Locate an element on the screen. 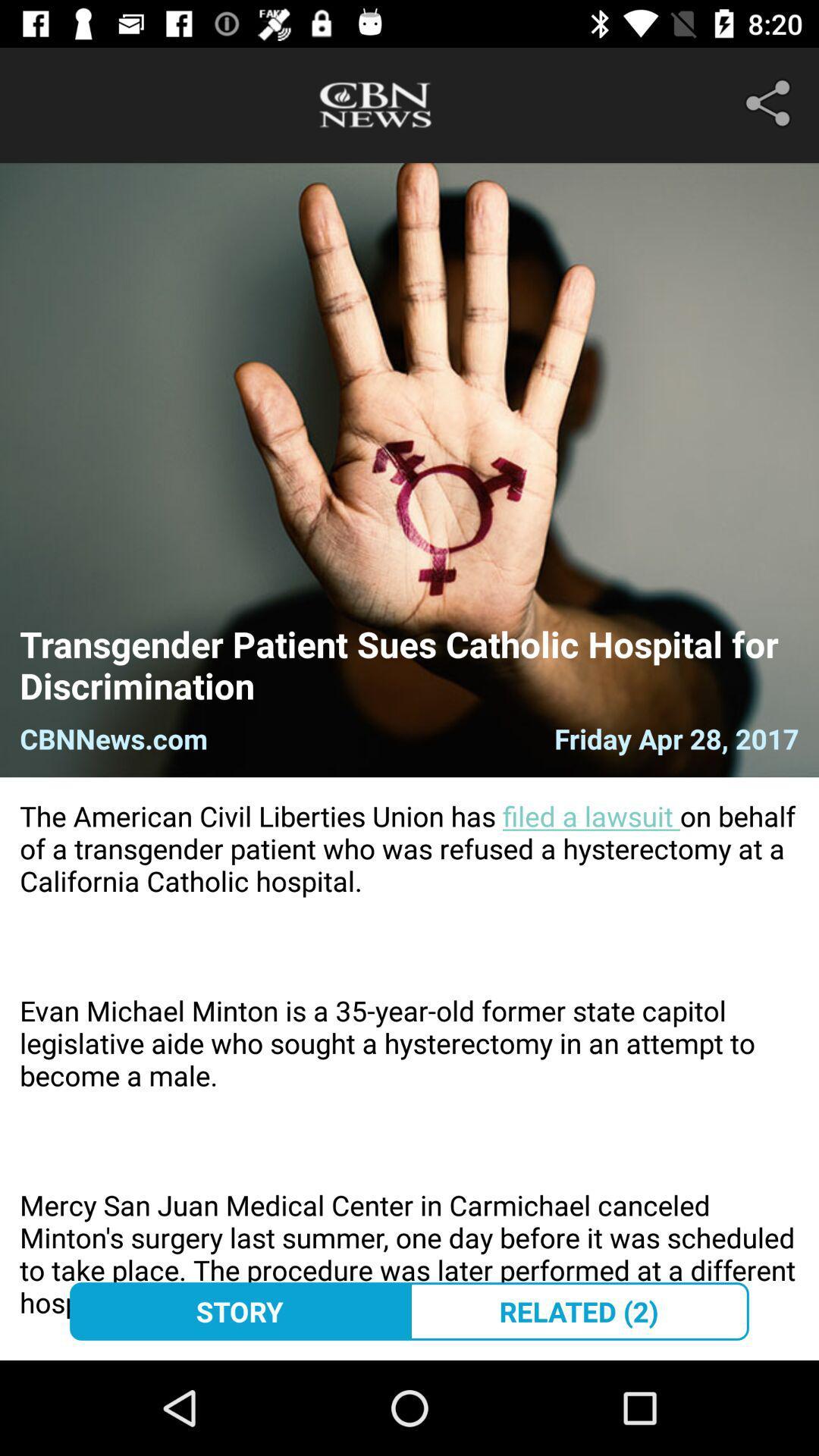  the american civil is located at coordinates (409, 1068).